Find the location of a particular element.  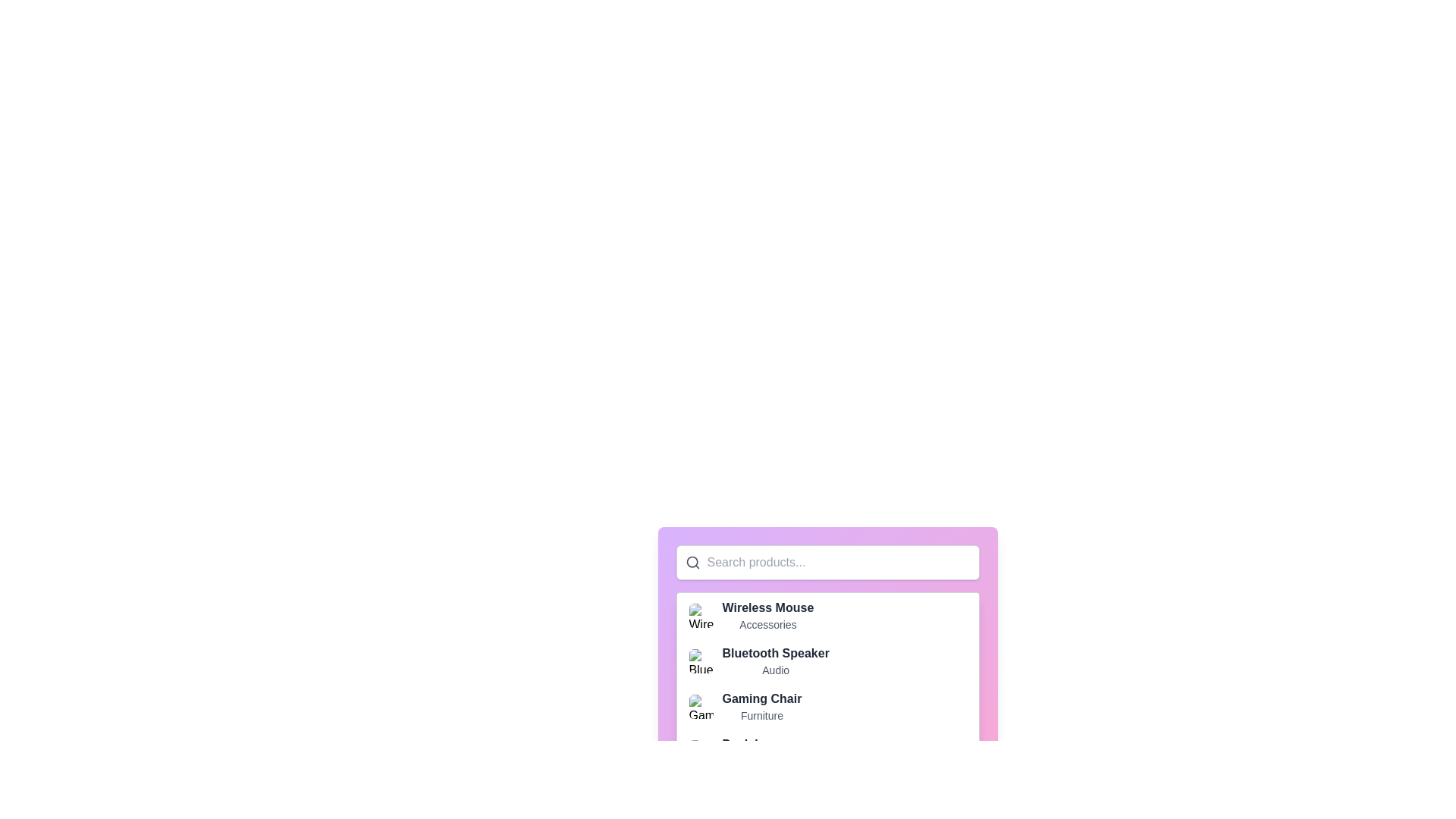

the search icon, which is a dark gray outlined magnifying glass located in the top-left corner of the input field with placeholder text 'Search products...' is located at coordinates (692, 562).